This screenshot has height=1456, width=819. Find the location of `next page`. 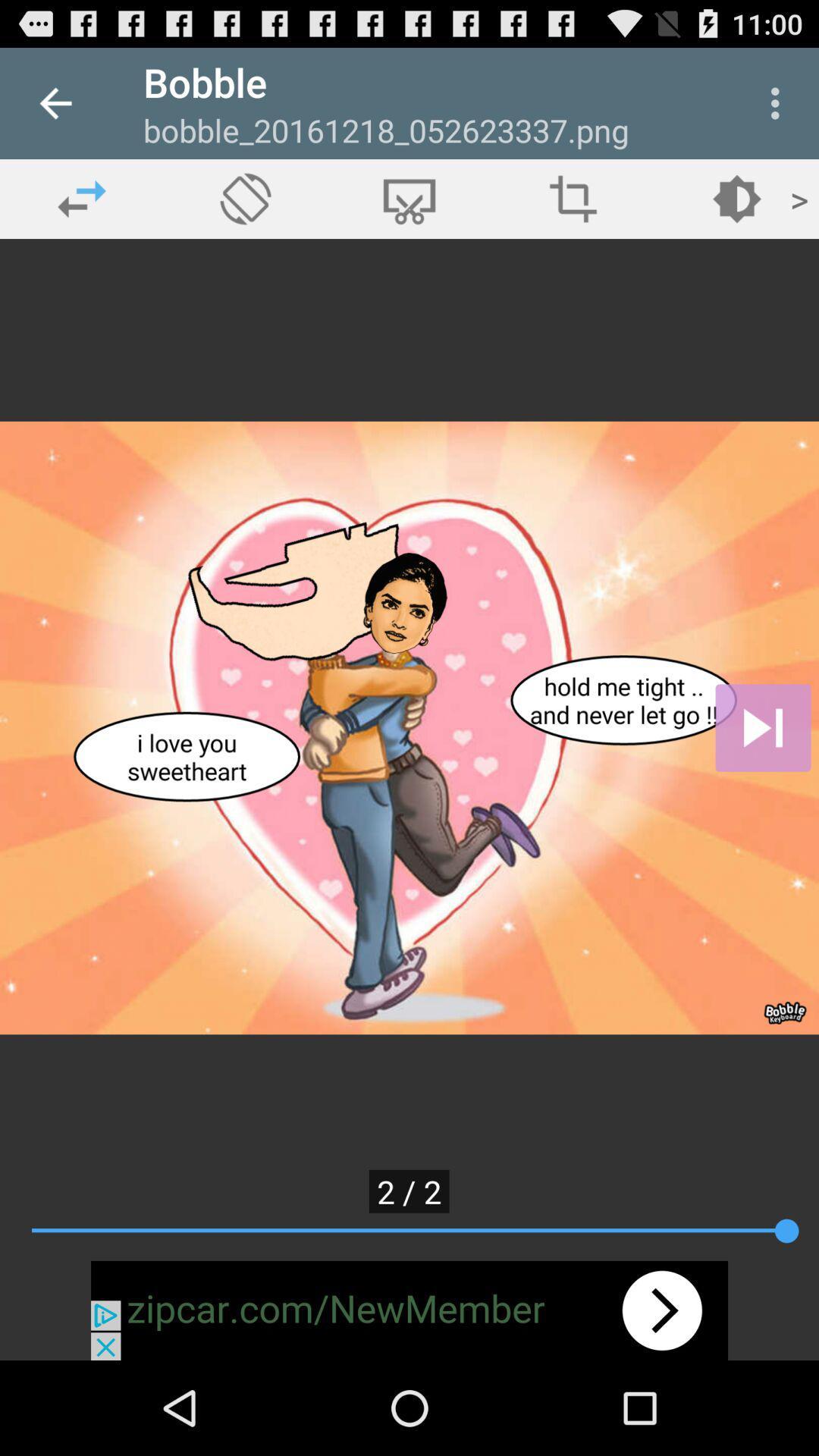

next page is located at coordinates (763, 728).